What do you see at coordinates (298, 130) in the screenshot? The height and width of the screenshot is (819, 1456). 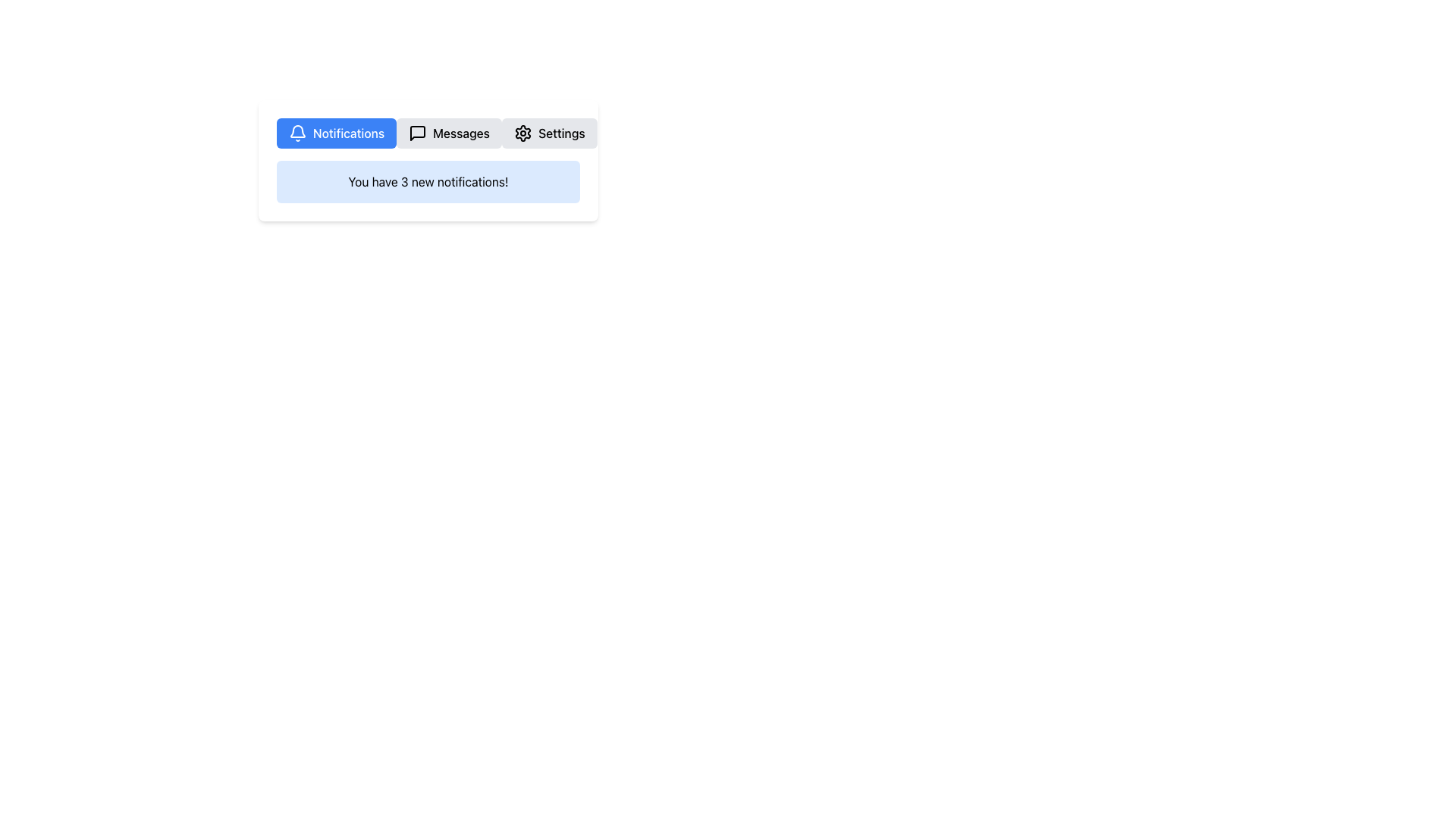 I see `the notification icon, which resembles a bell and is located in the notifications section at the top-left corner` at bounding box center [298, 130].